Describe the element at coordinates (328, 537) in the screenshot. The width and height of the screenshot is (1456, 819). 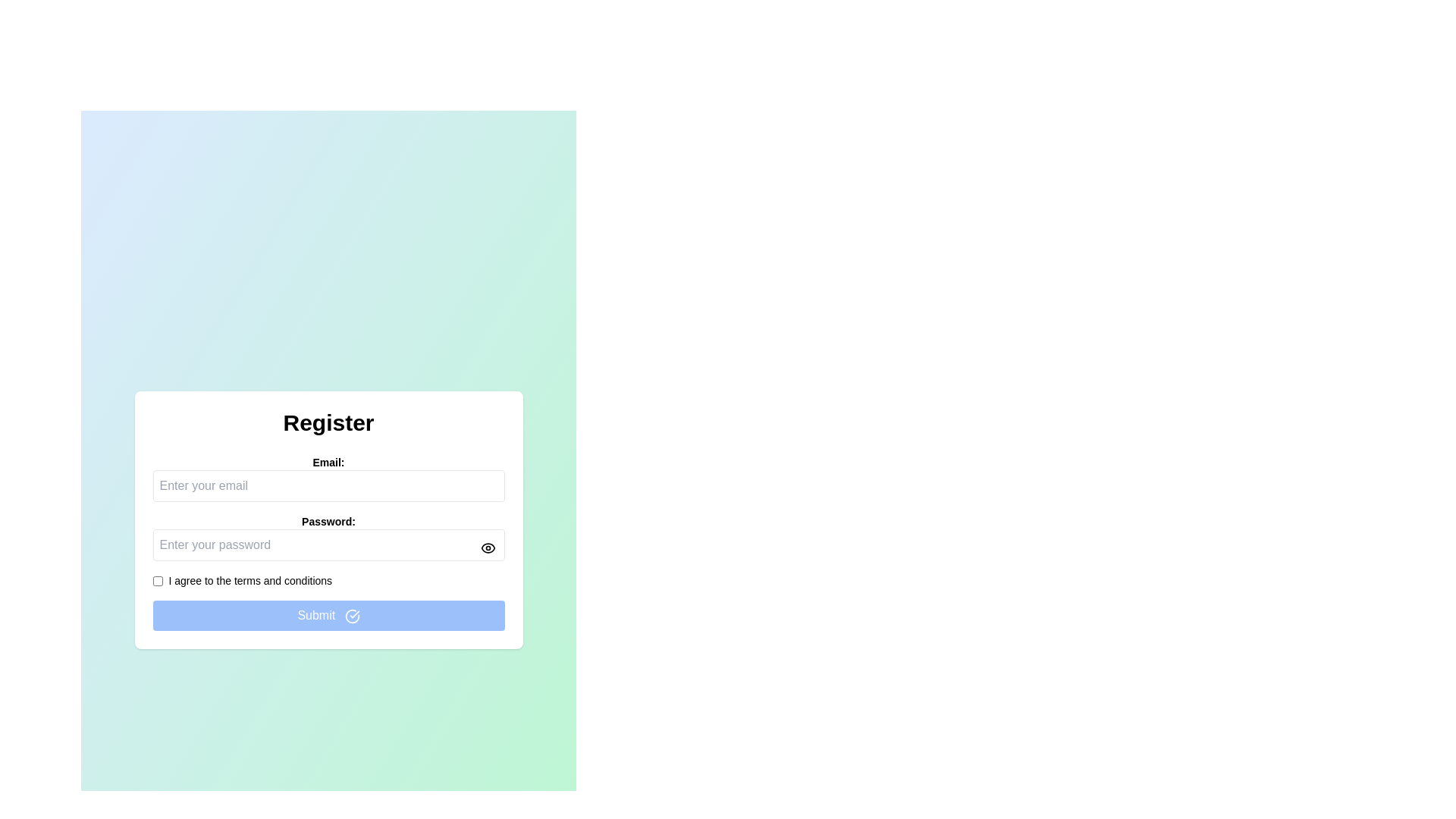
I see `the Password input field with a toggle button for visibility` at that location.